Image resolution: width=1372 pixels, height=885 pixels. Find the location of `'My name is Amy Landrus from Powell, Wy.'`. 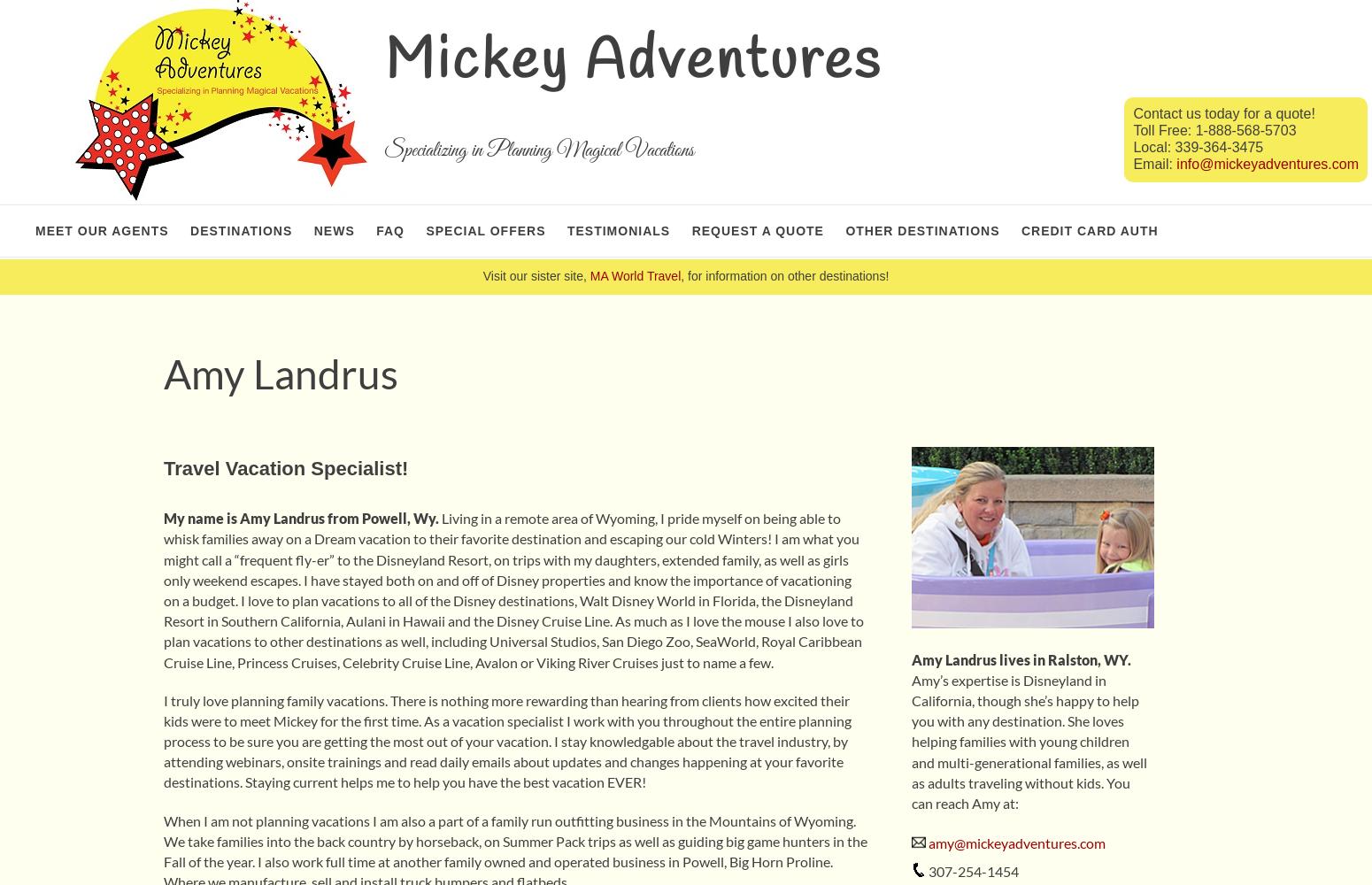

'My name is Amy Landrus from Powell, Wy.' is located at coordinates (300, 517).